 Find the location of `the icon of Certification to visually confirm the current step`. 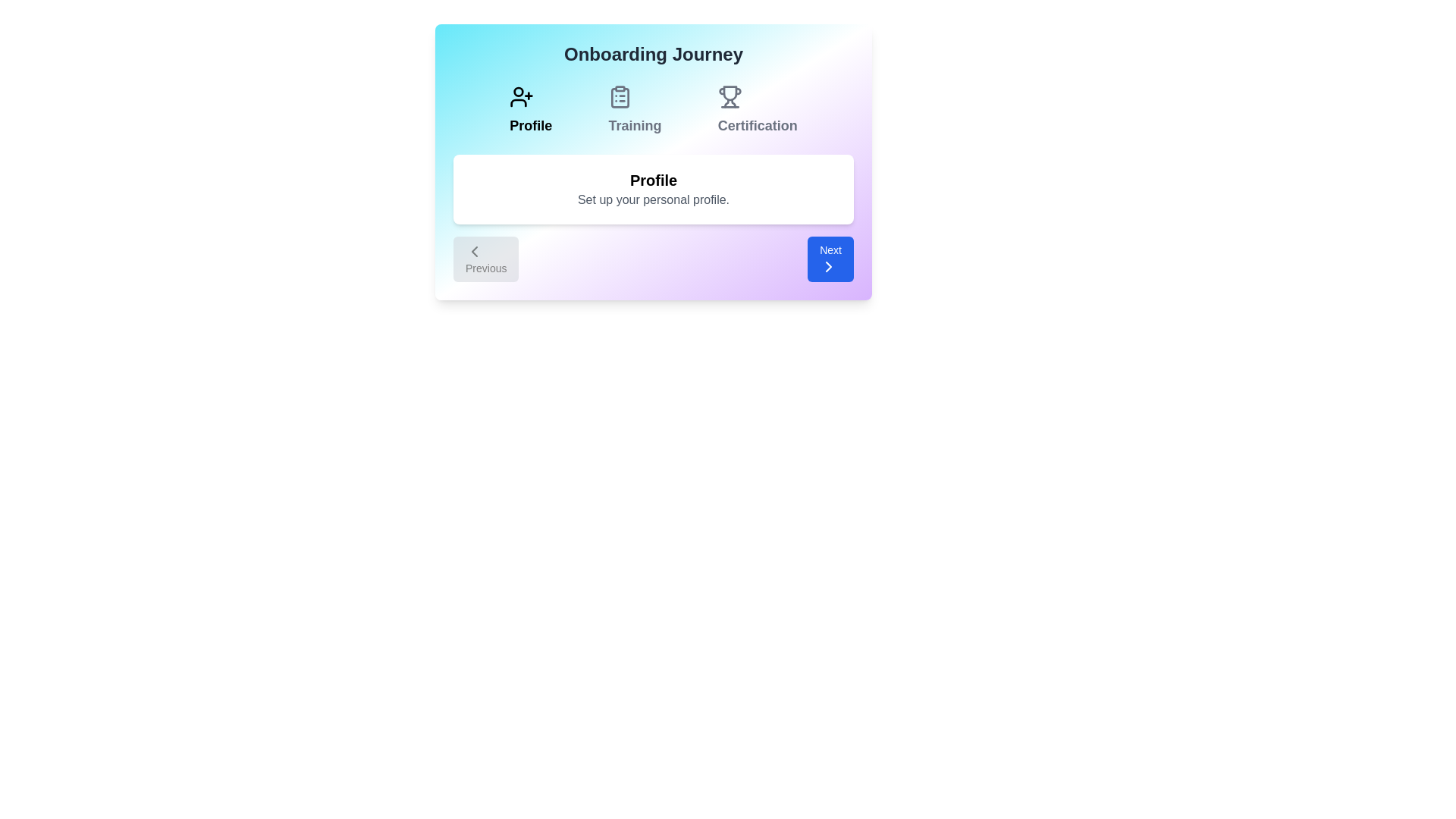

the icon of Certification to visually confirm the current step is located at coordinates (757, 96).